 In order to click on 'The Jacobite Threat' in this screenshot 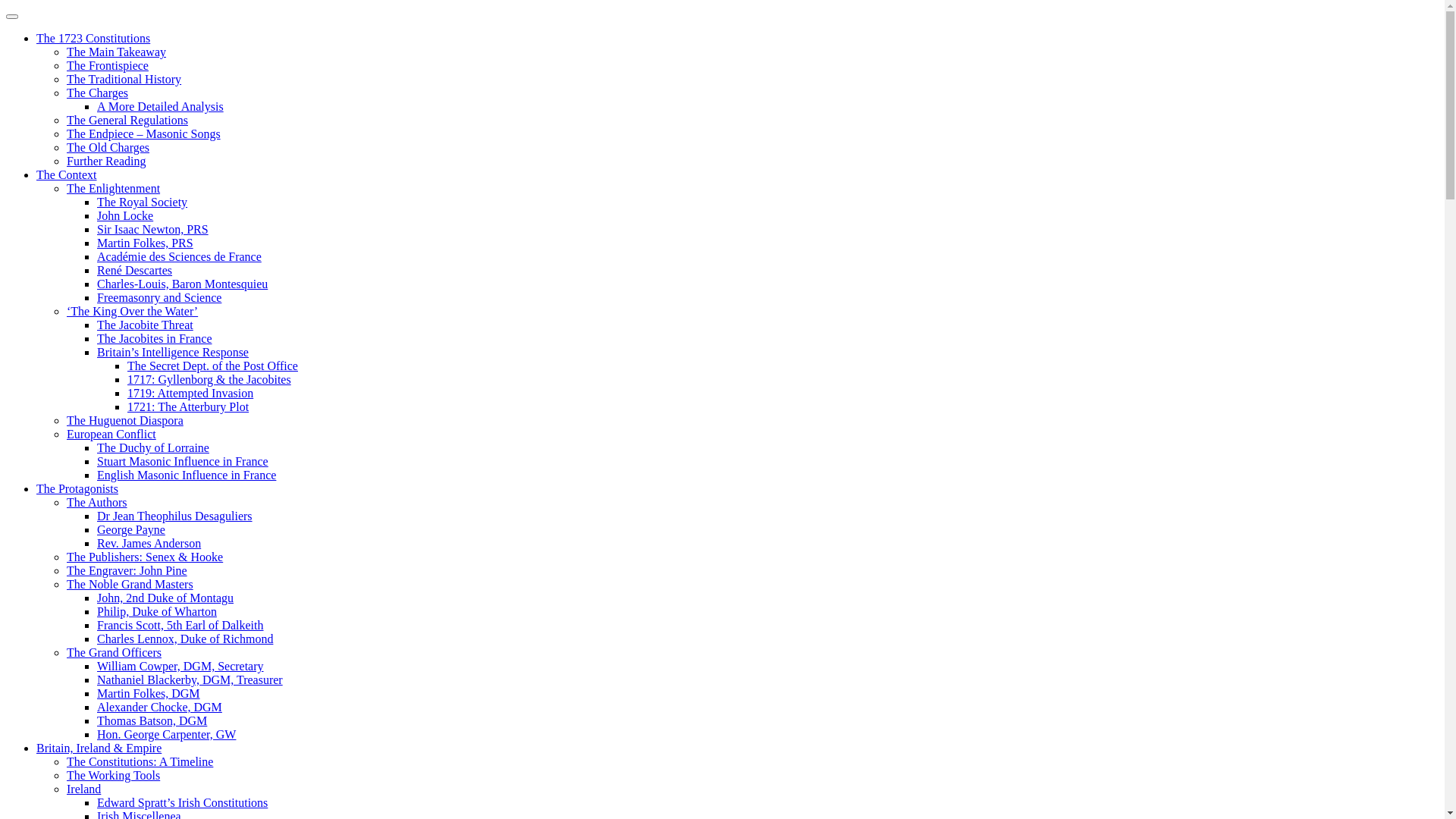, I will do `click(96, 324)`.